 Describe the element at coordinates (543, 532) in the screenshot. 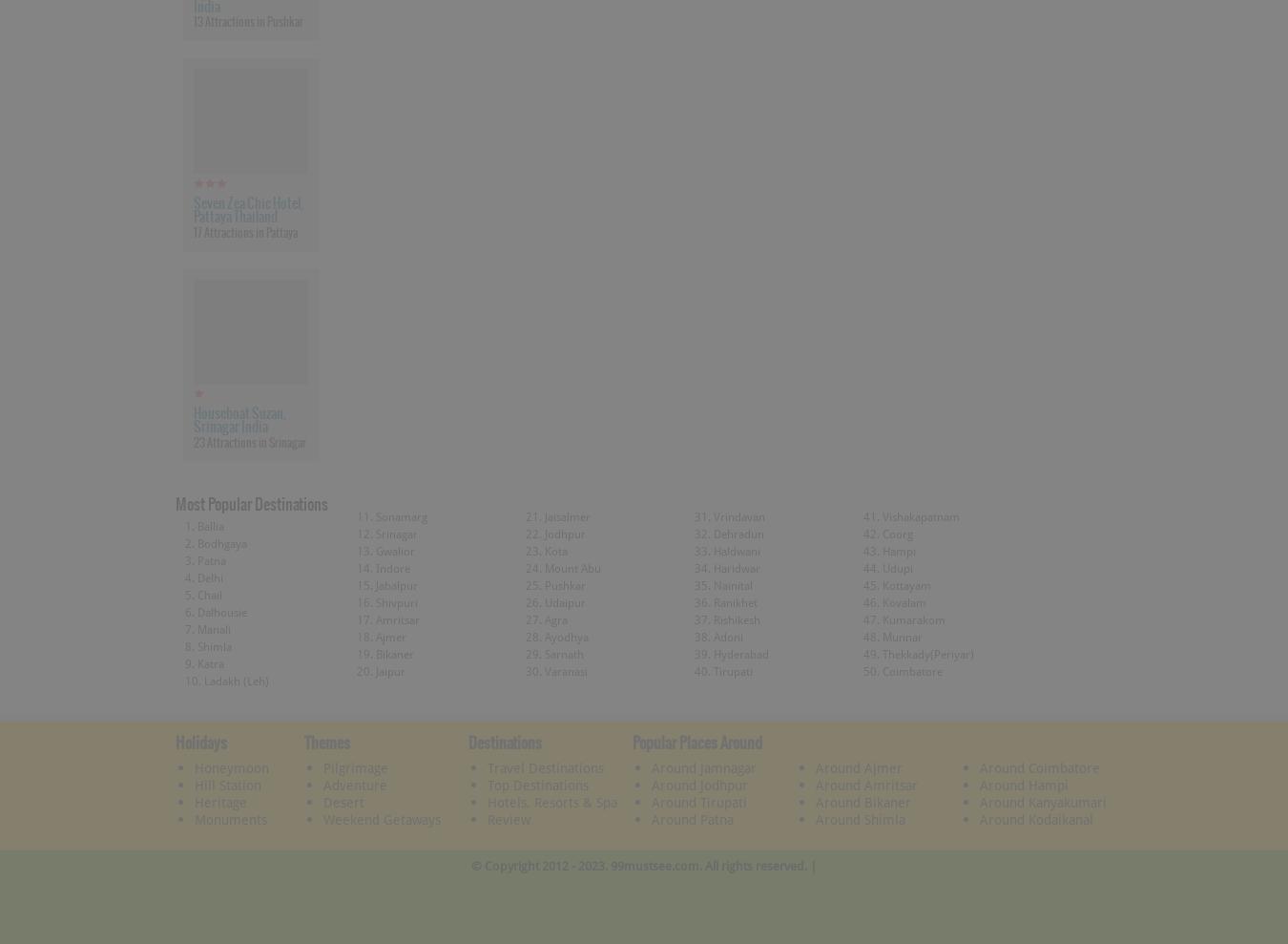

I see `'Jodhpur'` at that location.